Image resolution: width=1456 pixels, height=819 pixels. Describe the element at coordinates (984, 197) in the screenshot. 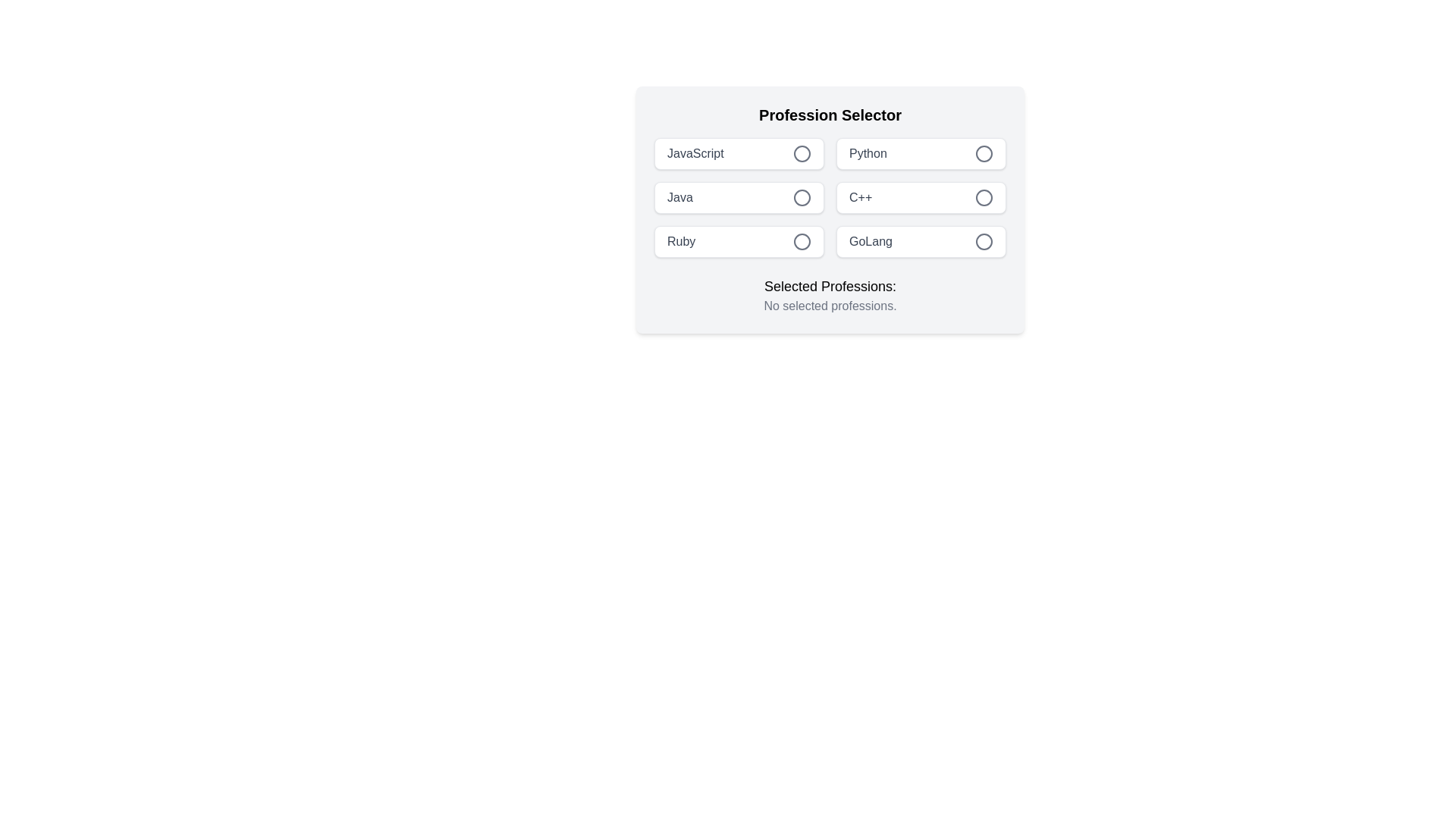

I see `the 'C++' radio button` at that location.